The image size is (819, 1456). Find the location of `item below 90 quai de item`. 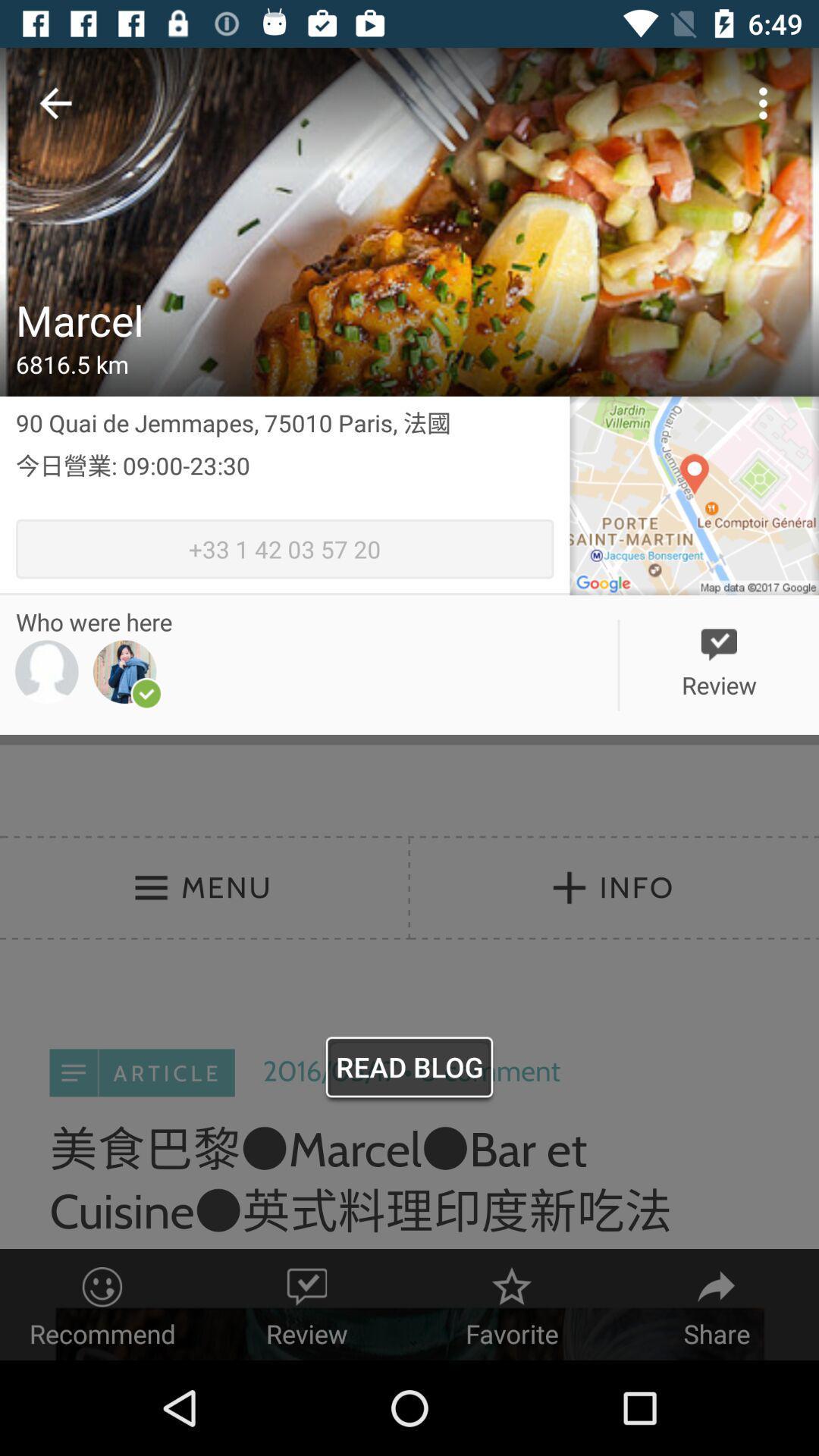

item below 90 quai de item is located at coordinates (284, 483).